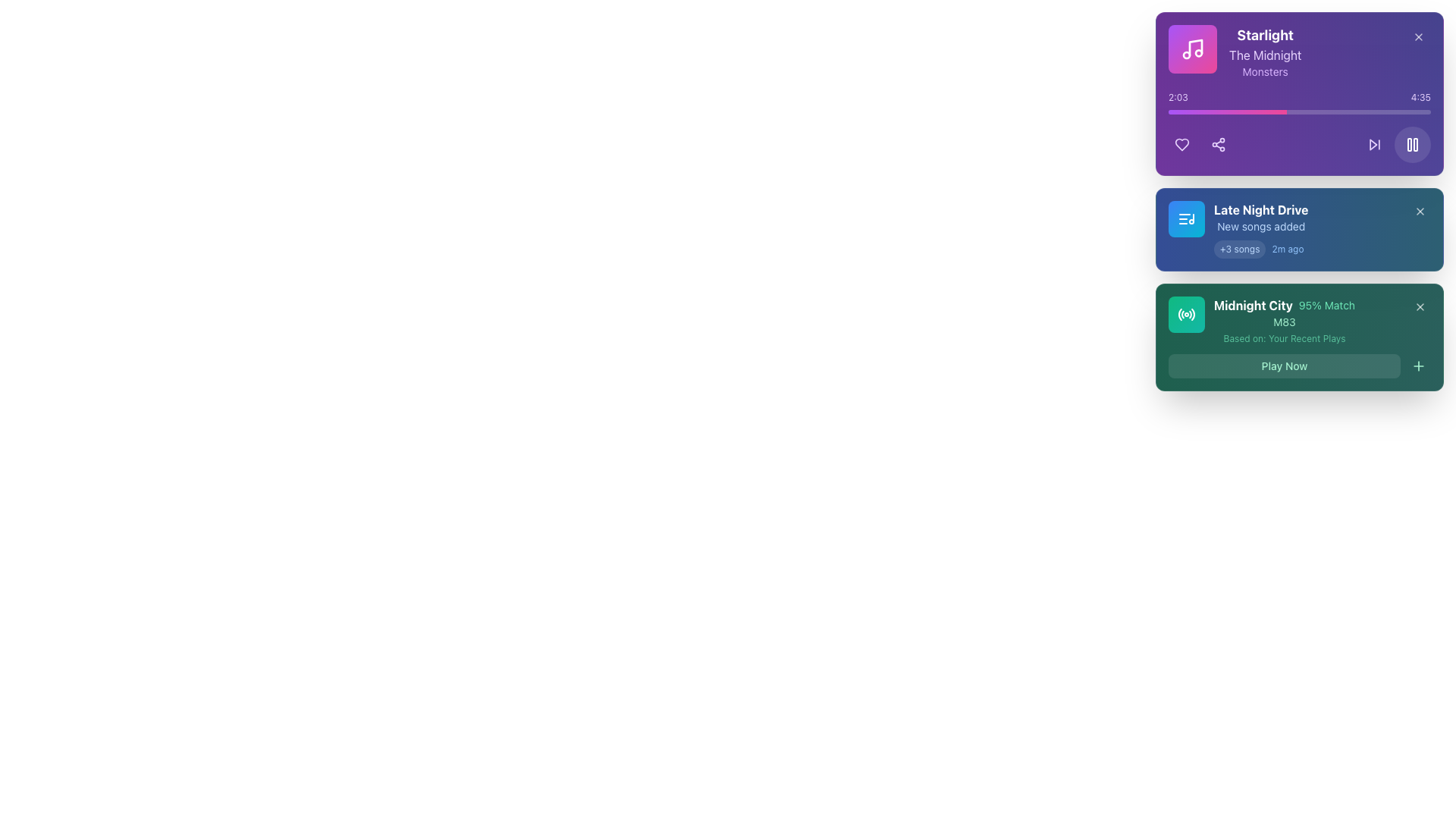 This screenshot has height=819, width=1456. What do you see at coordinates (1219, 145) in the screenshot?
I see `the second button in the horizontal row beneath the playback progress bar of the 'Starlight' music card` at bounding box center [1219, 145].